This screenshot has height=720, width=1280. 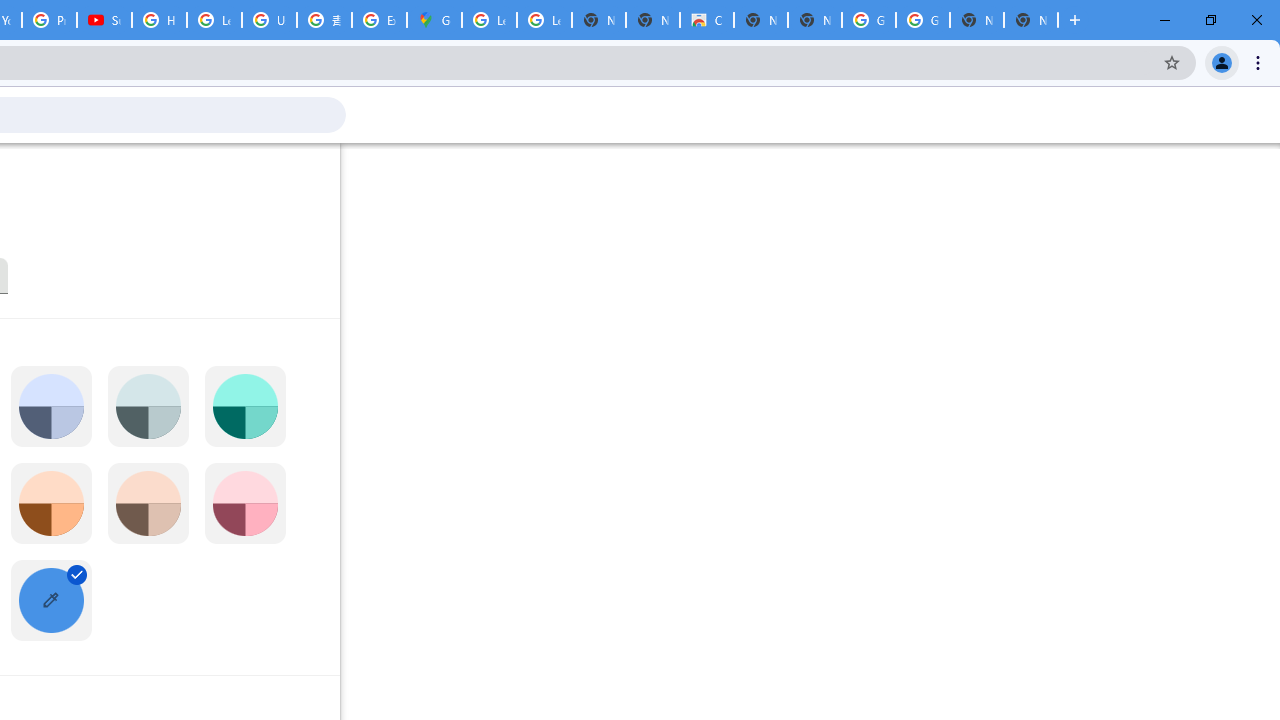 What do you see at coordinates (921, 20) in the screenshot?
I see `'Google Images'` at bounding box center [921, 20].